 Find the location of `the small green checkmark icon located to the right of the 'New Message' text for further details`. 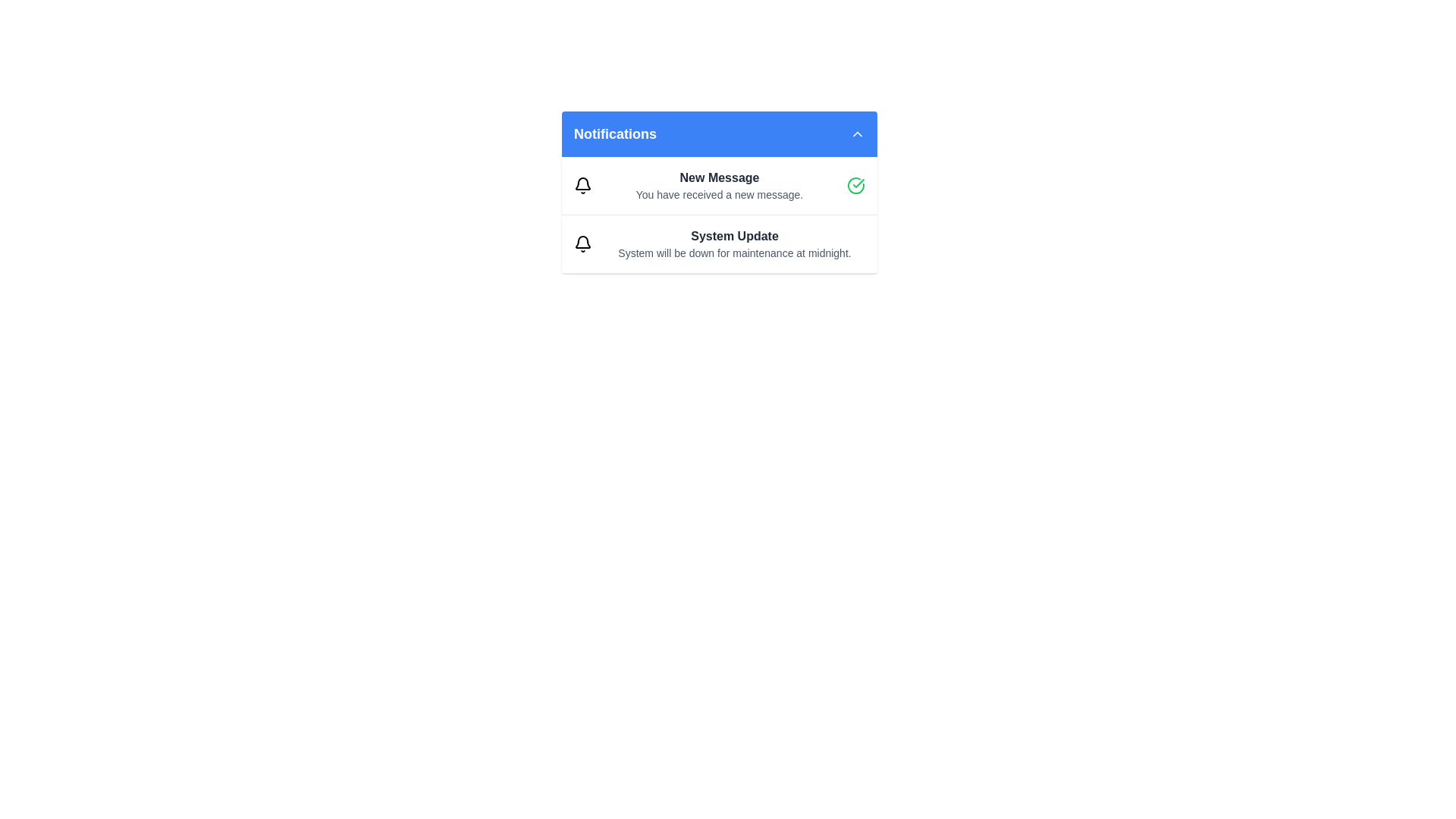

the small green checkmark icon located to the right of the 'New Message' text for further details is located at coordinates (858, 183).